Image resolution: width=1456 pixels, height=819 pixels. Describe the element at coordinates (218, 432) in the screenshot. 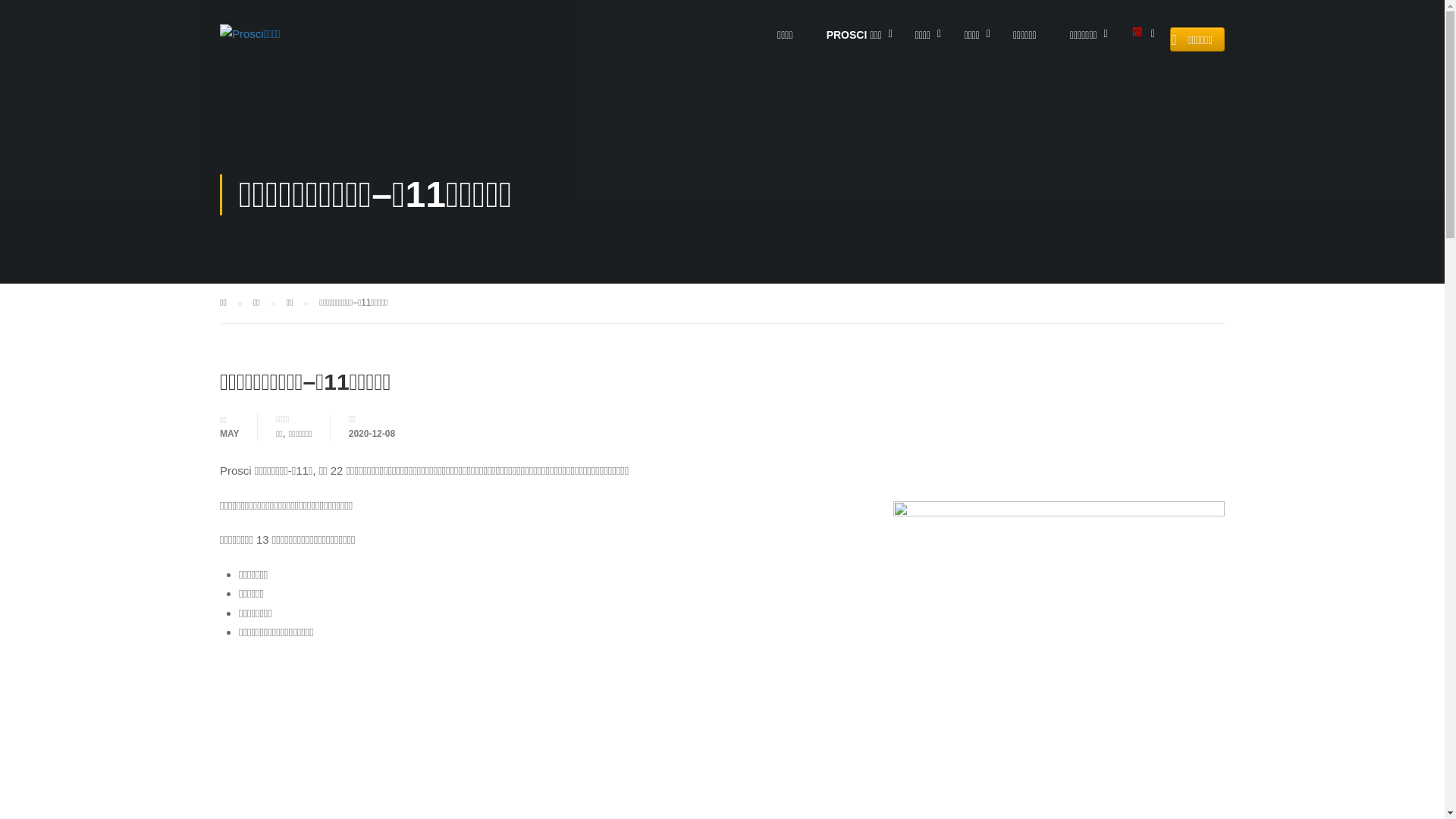

I see `'MAY'` at that location.